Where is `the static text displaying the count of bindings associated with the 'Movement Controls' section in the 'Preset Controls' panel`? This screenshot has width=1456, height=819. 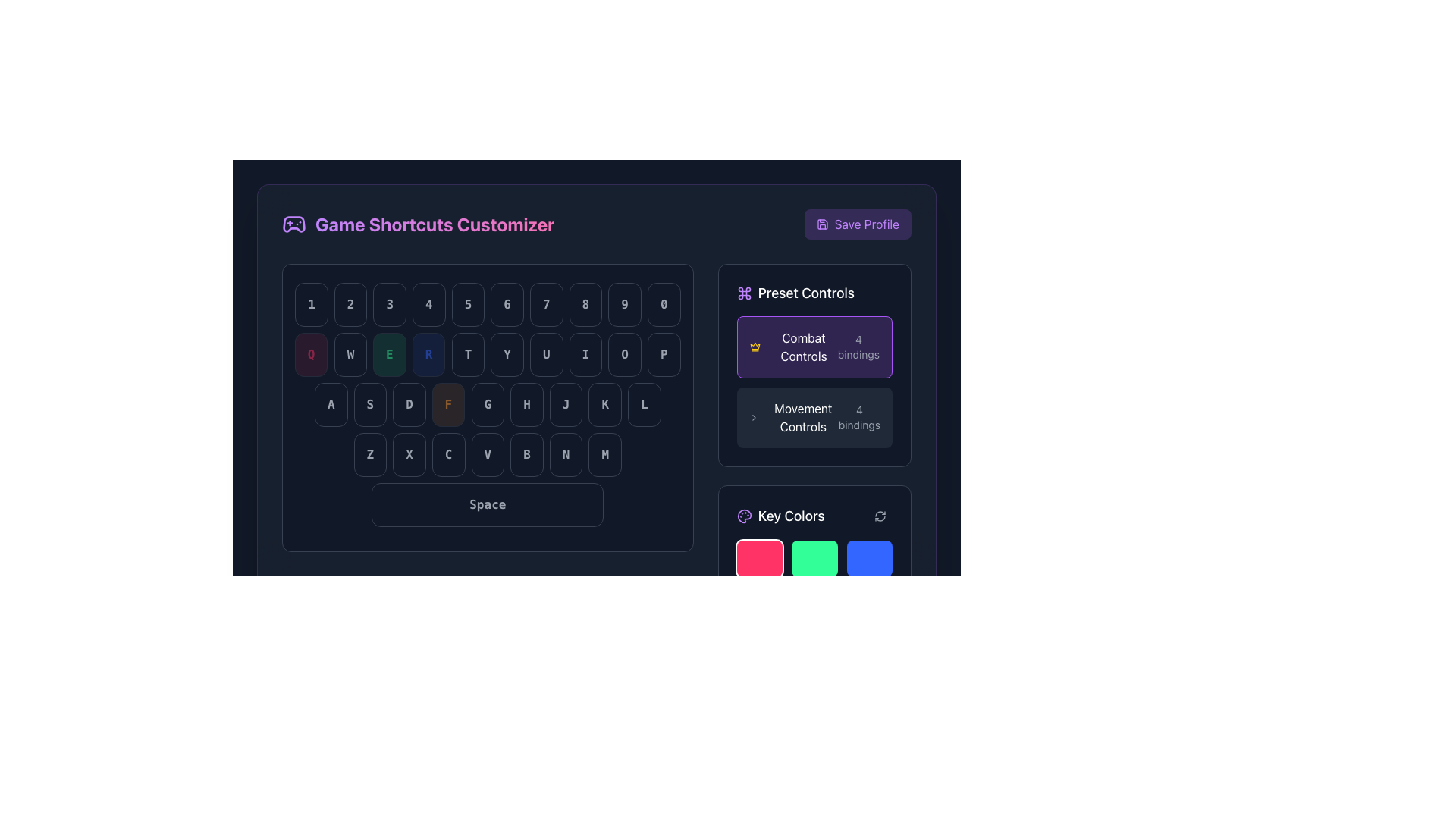
the static text displaying the count of bindings associated with the 'Movement Controls' section in the 'Preset Controls' panel is located at coordinates (859, 418).